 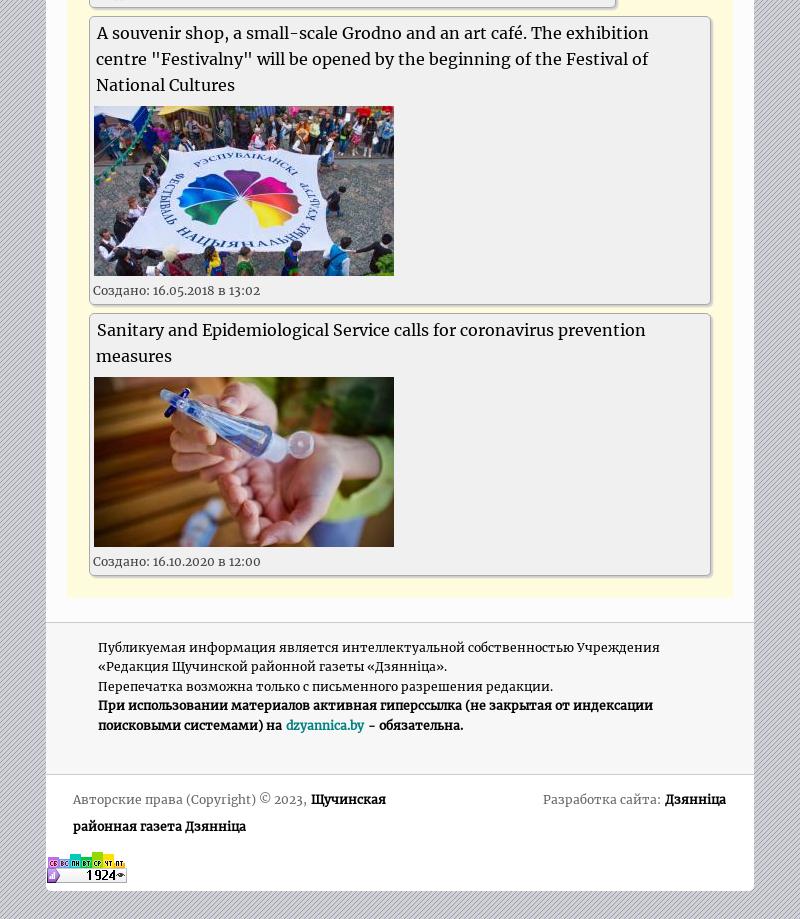 What do you see at coordinates (603, 799) in the screenshot?
I see `'Разработка сайта:'` at bounding box center [603, 799].